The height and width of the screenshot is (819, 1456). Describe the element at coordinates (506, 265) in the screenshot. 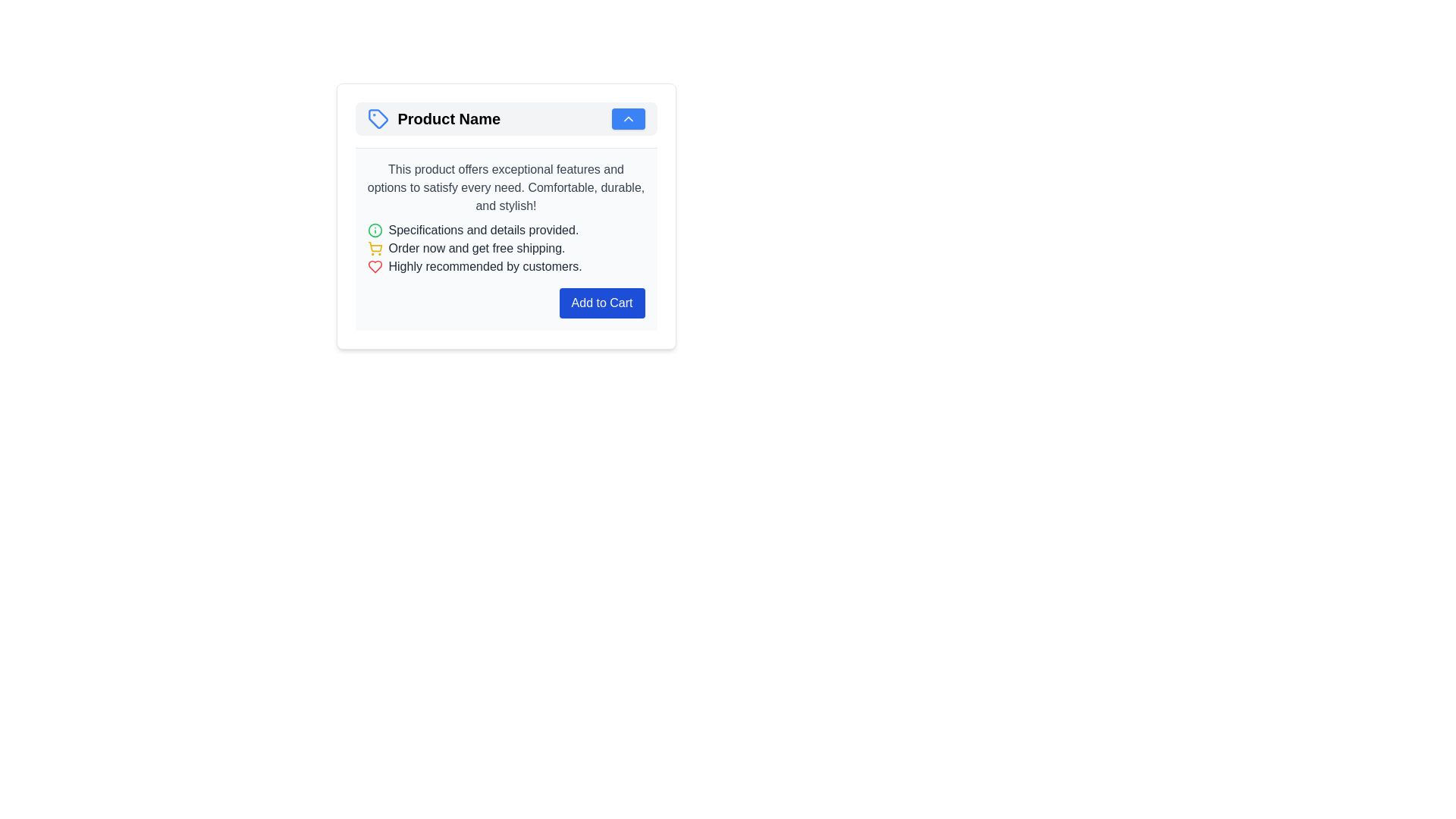

I see `the text with icon that indicates product popularity, located at the bottom of the recommendations list, directly below 'Order now and get free shipping.'` at that location.